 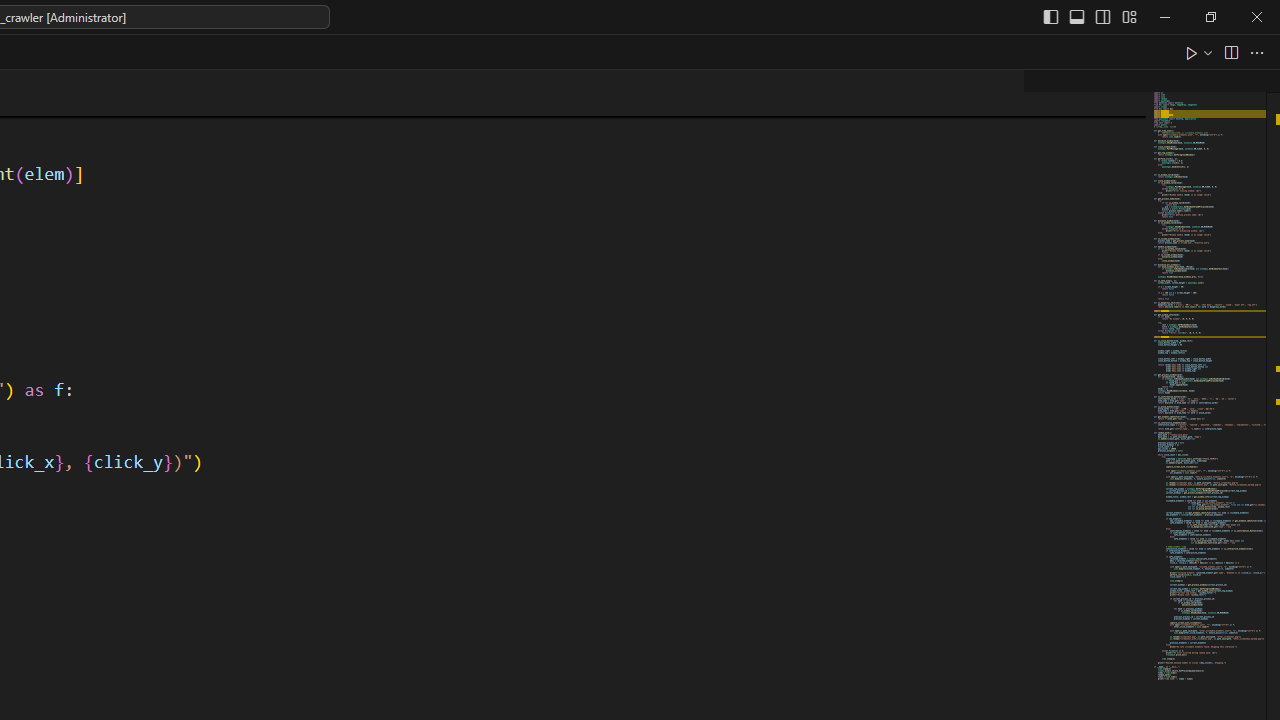 What do you see at coordinates (1225, 51) in the screenshot?
I see `'Editor actions'` at bounding box center [1225, 51].